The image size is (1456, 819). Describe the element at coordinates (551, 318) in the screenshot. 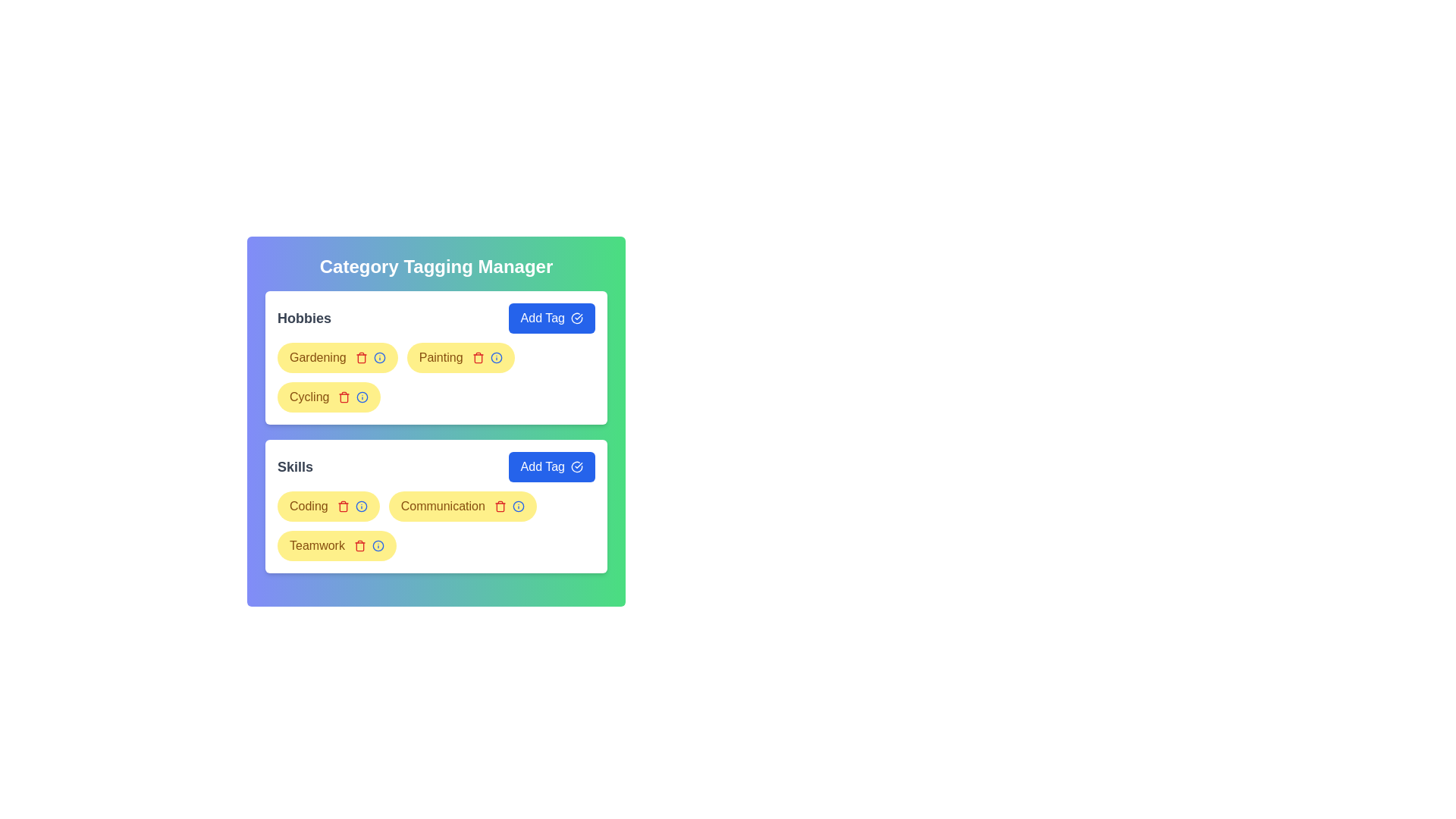

I see `the button located on the right side of the 'Hobbies' section within the 'Category Tagging Manager'` at that location.